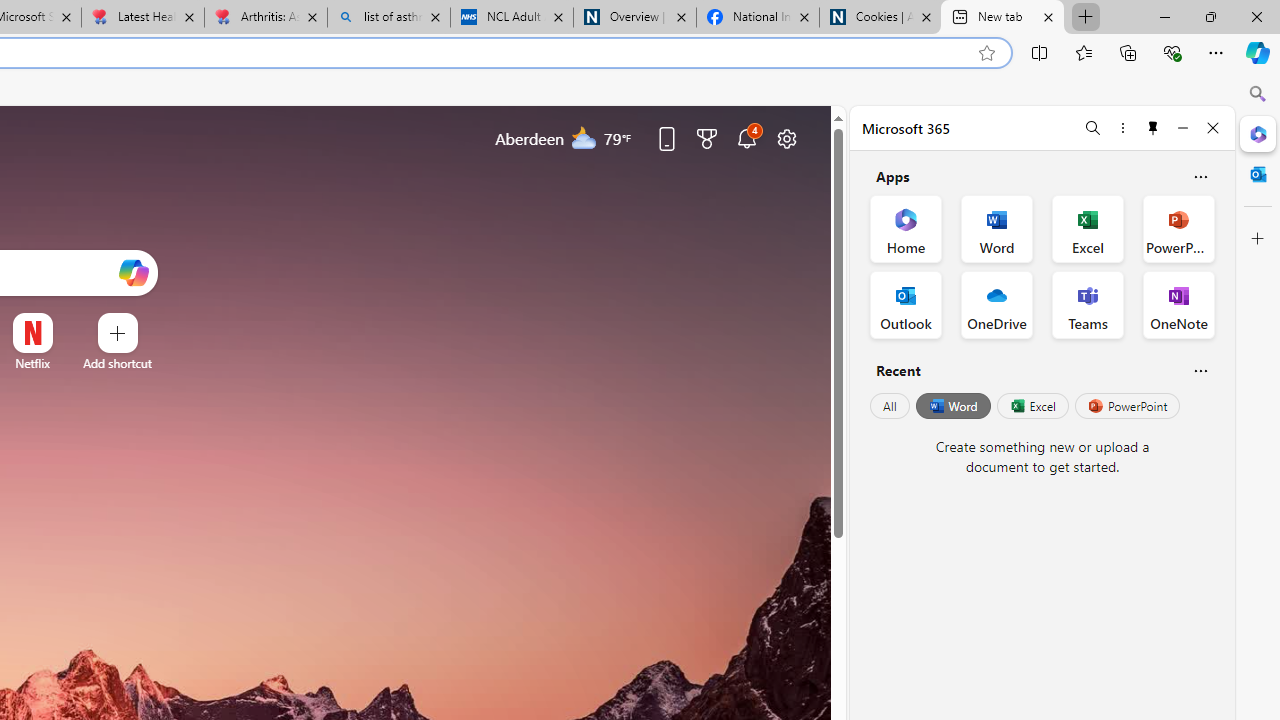 This screenshot has height=720, width=1280. Describe the element at coordinates (785, 137) in the screenshot. I see `'Page settings'` at that location.